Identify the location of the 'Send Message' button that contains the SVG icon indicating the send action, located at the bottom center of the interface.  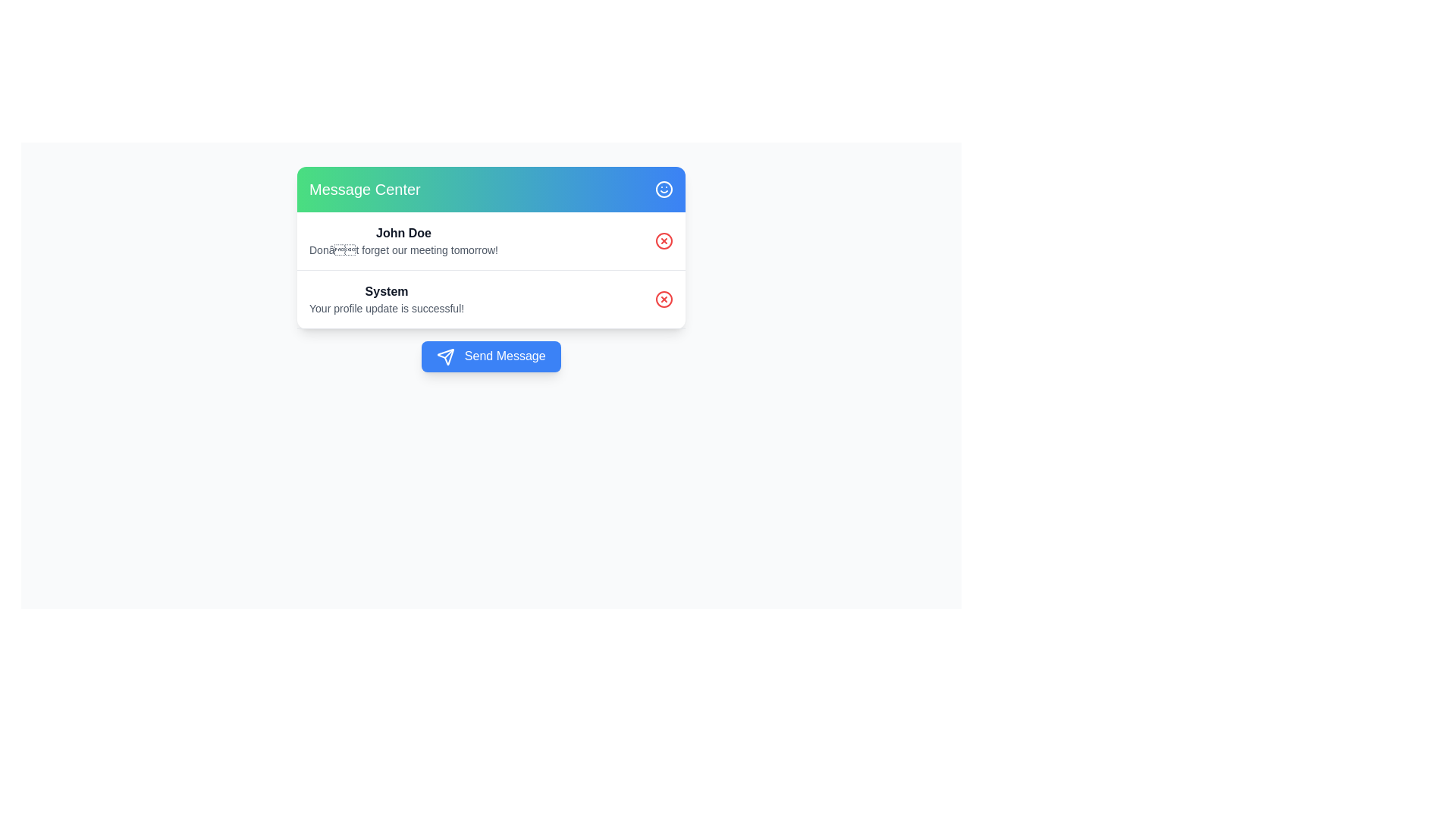
(445, 356).